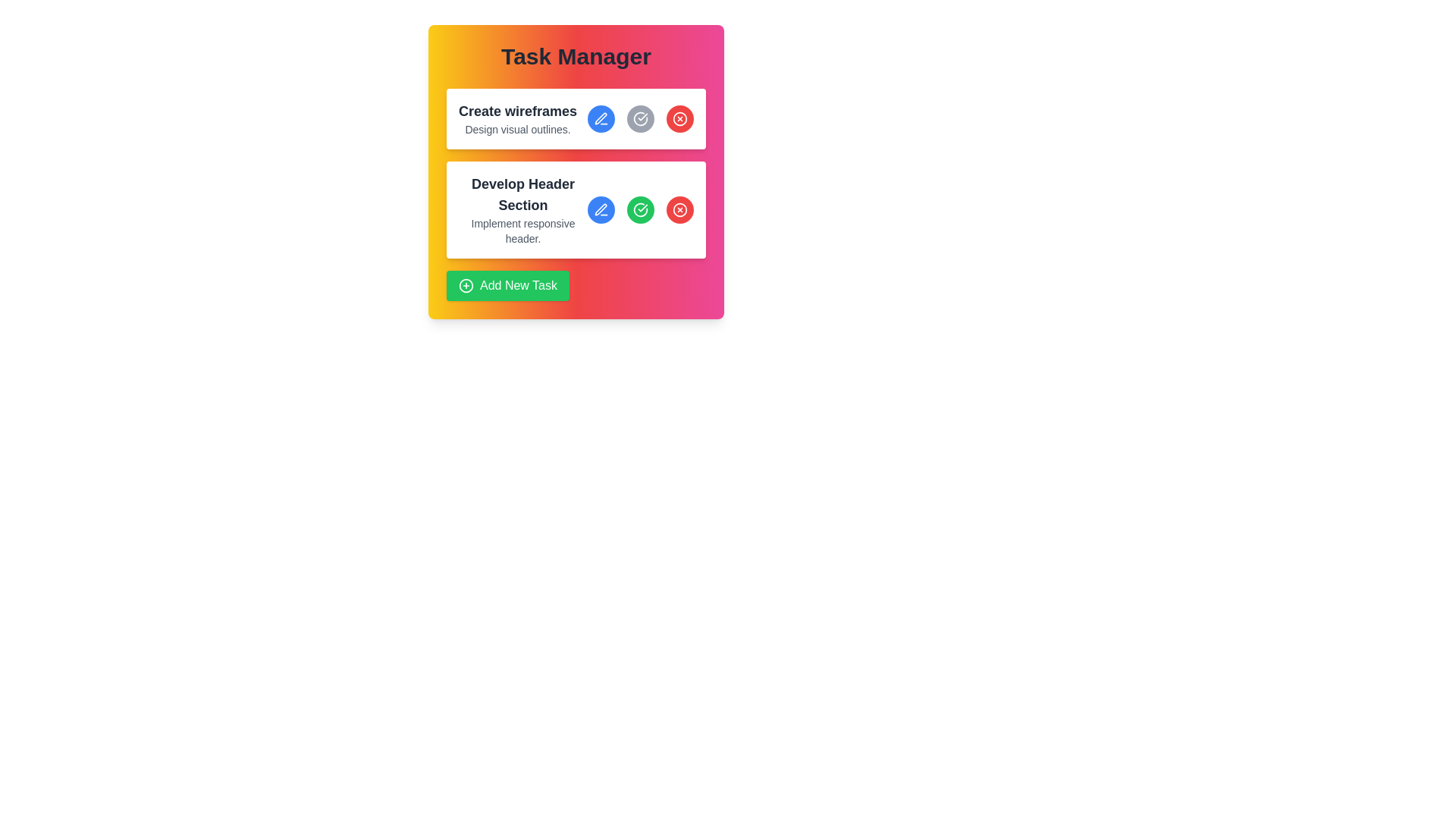 The width and height of the screenshot is (1456, 819). I want to click on the primary header text display that shows 'Develop Header Section' to highlight the element, so click(523, 194).